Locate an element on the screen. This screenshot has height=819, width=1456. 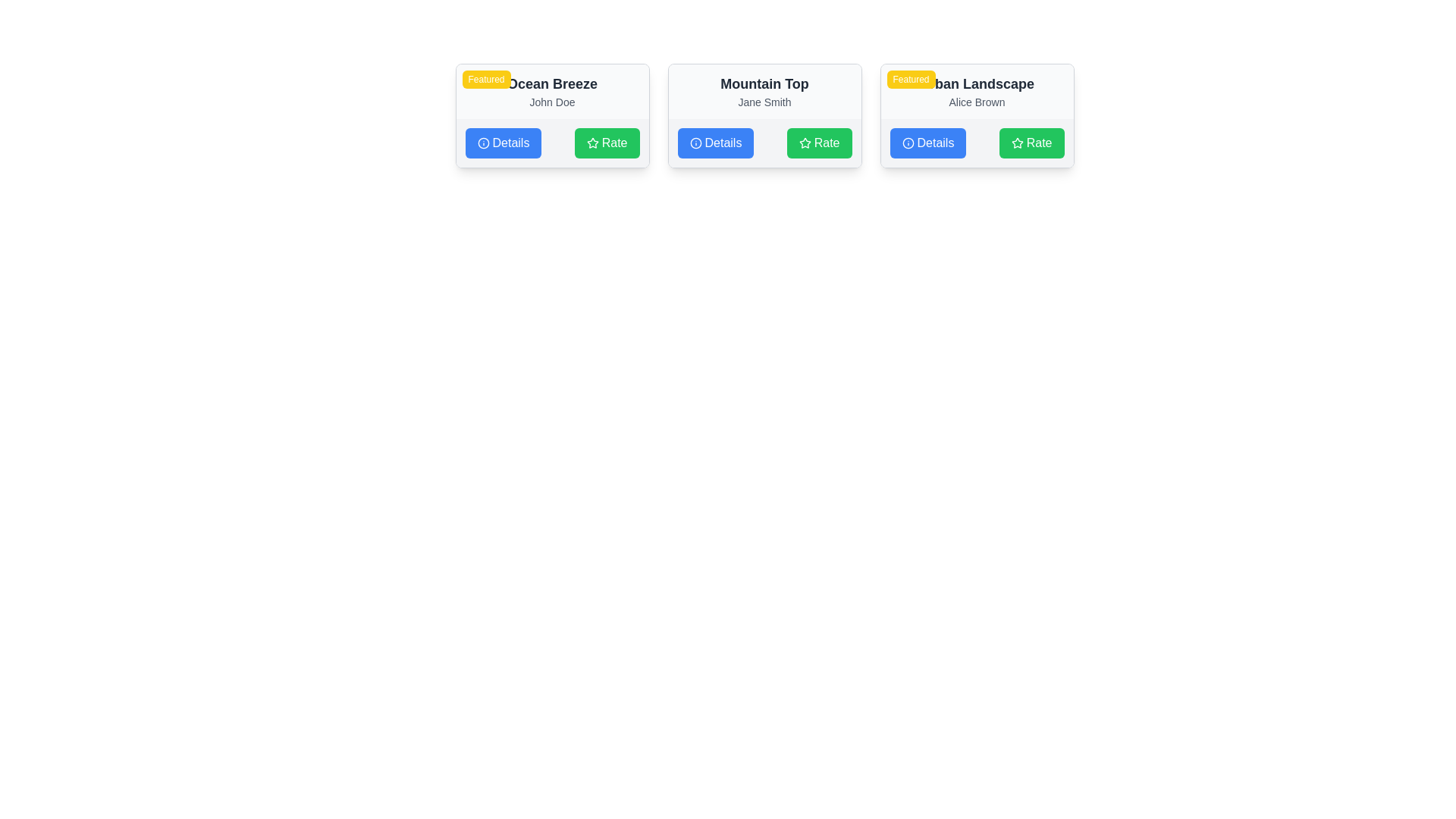
the blue button with rounded corners containing an information icon and the text 'Details' is located at coordinates (503, 143).